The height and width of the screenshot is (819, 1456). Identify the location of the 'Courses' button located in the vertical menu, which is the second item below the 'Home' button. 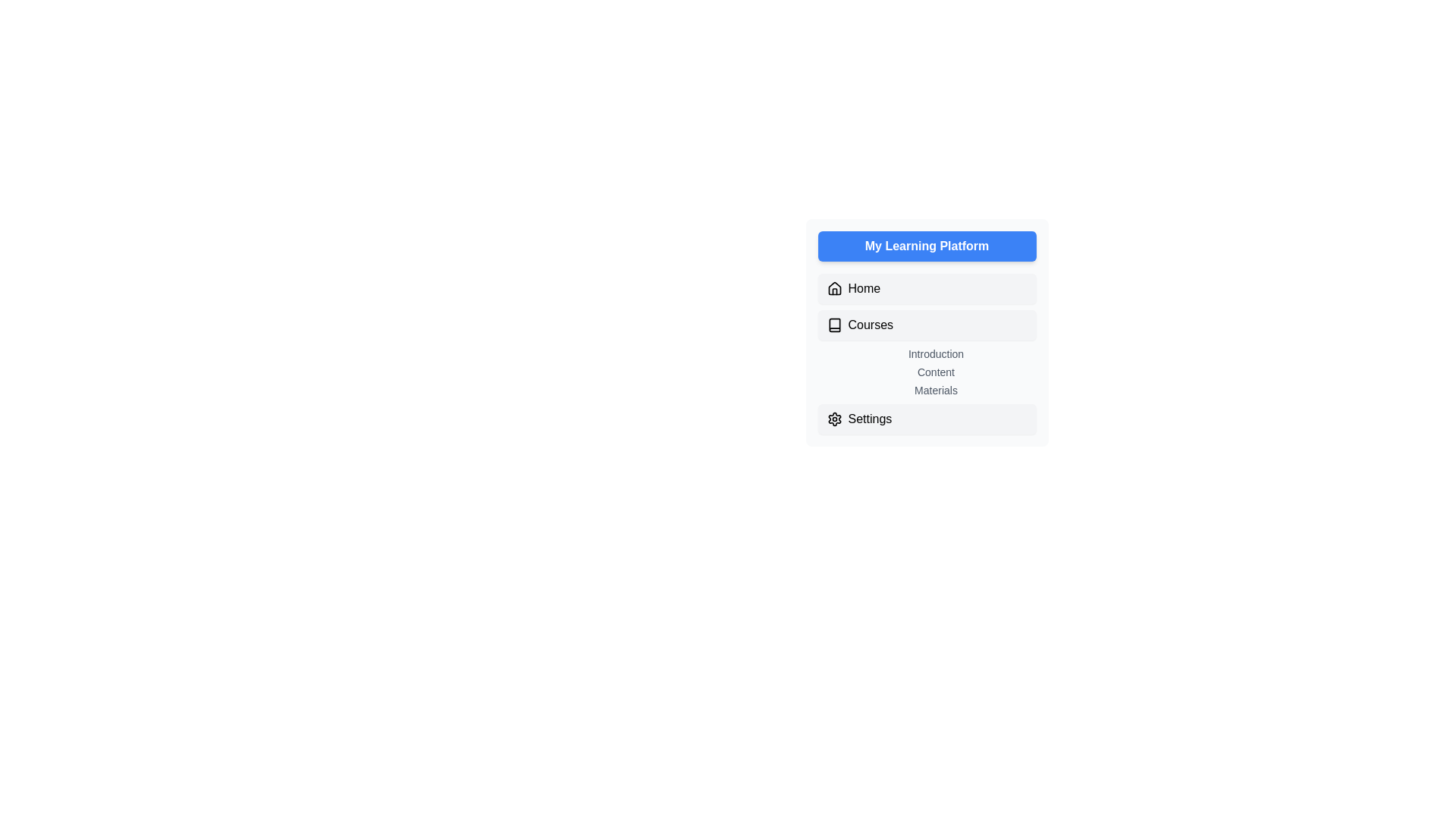
(926, 324).